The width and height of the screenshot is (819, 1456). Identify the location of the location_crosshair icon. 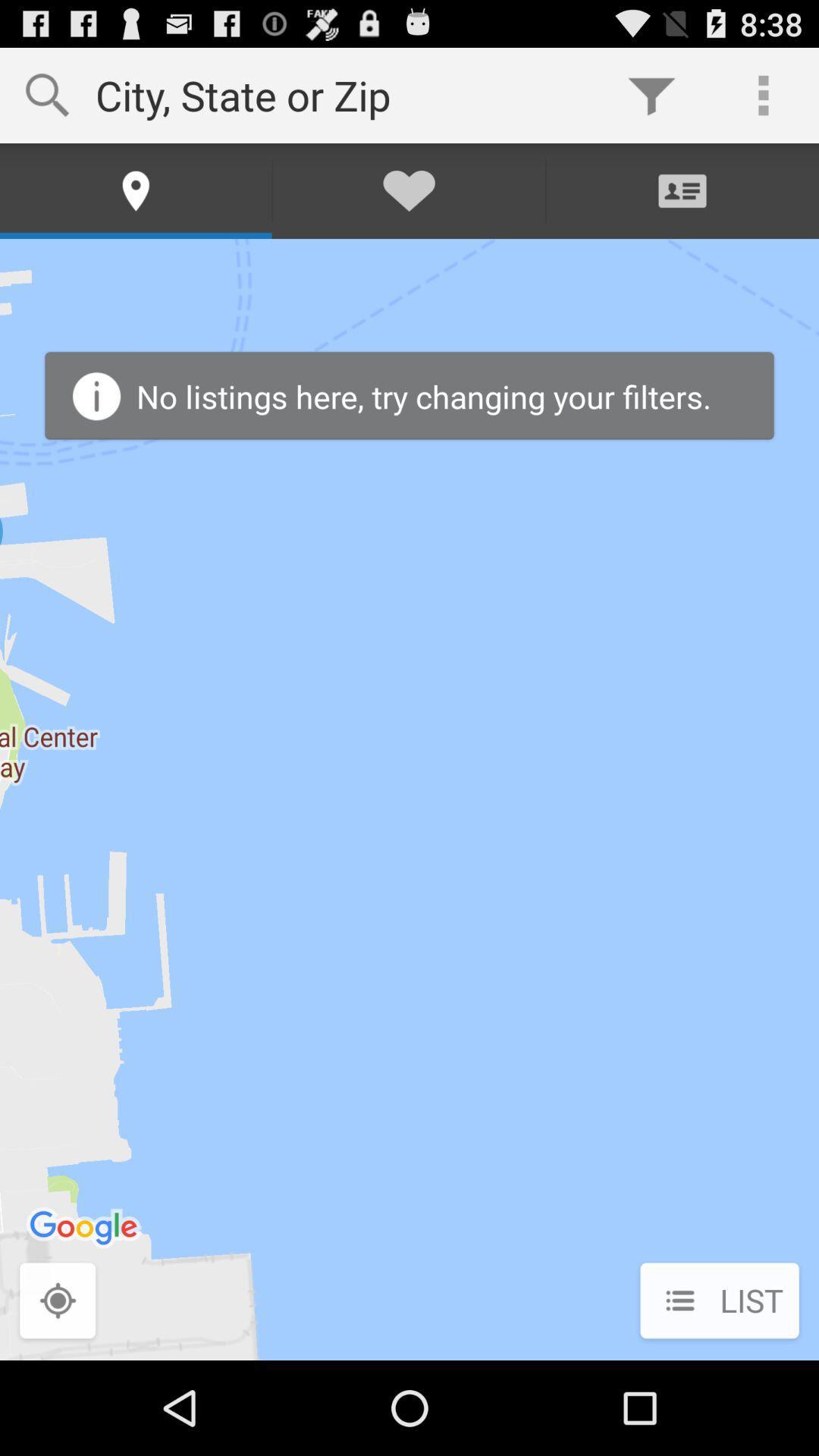
(57, 1394).